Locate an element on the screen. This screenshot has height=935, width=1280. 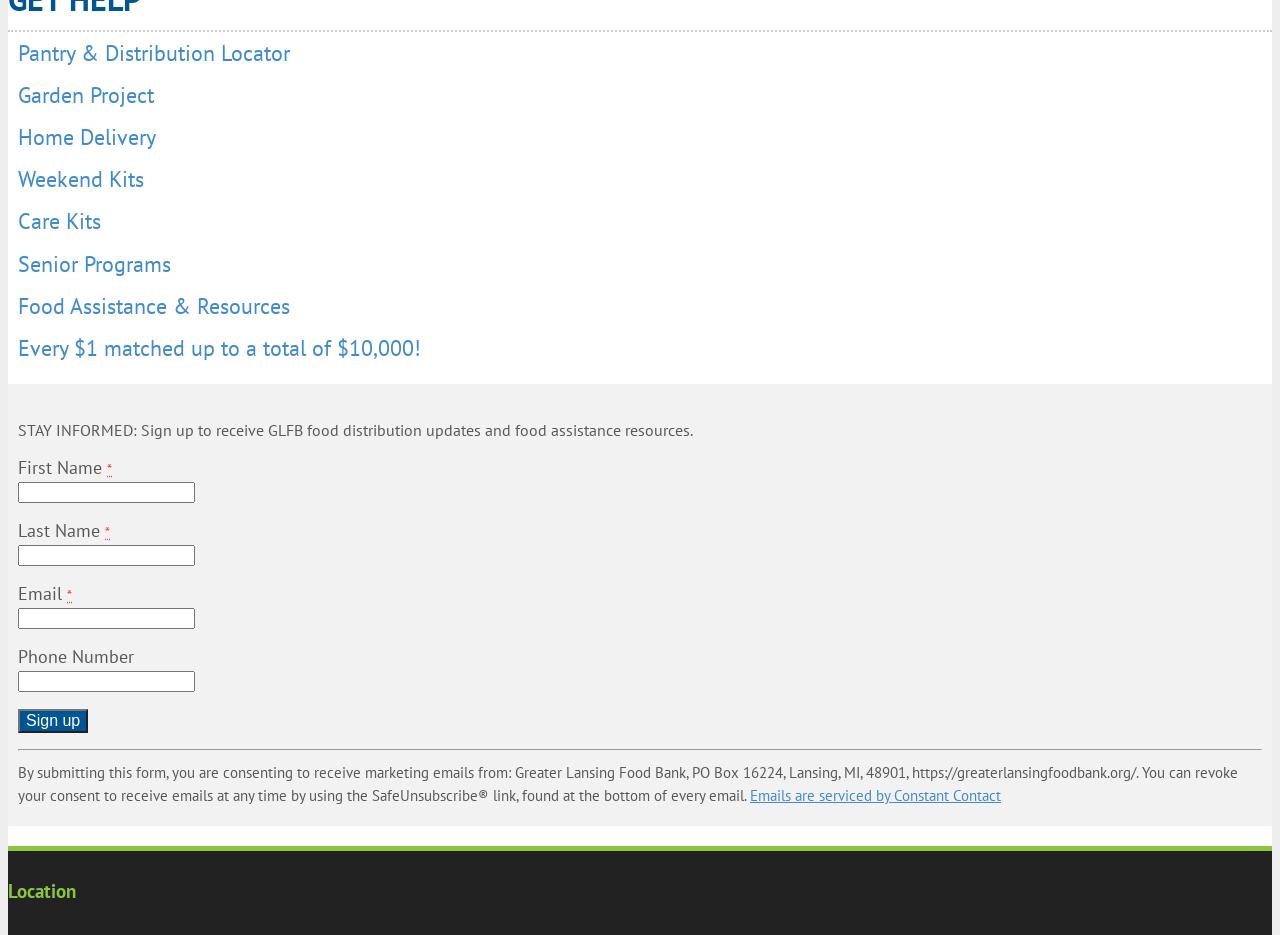
'Food Assistance & Resources' is located at coordinates (152, 304).